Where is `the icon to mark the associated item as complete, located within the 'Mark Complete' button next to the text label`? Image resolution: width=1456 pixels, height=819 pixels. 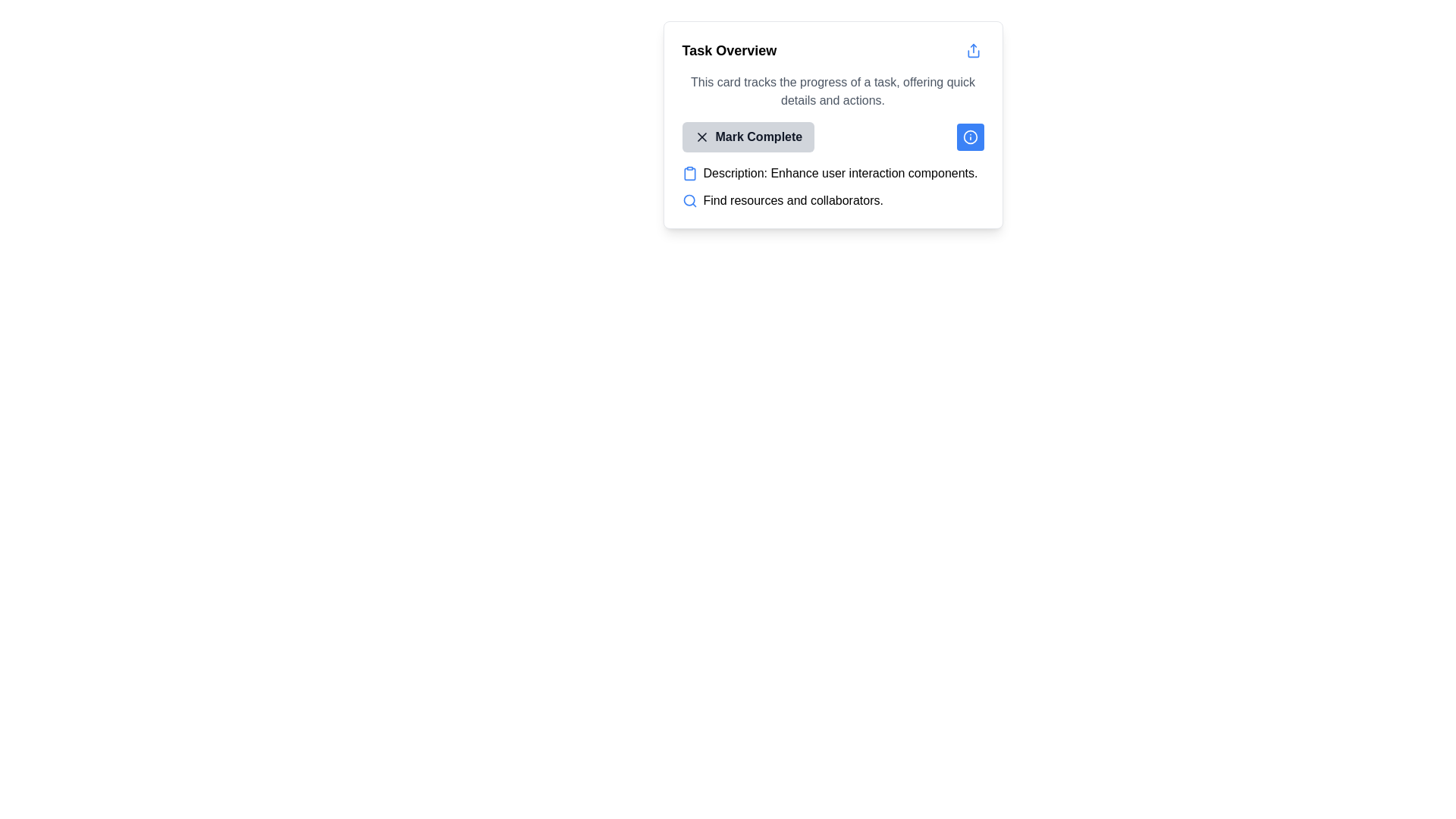 the icon to mark the associated item as complete, located within the 'Mark Complete' button next to the text label is located at coordinates (701, 137).